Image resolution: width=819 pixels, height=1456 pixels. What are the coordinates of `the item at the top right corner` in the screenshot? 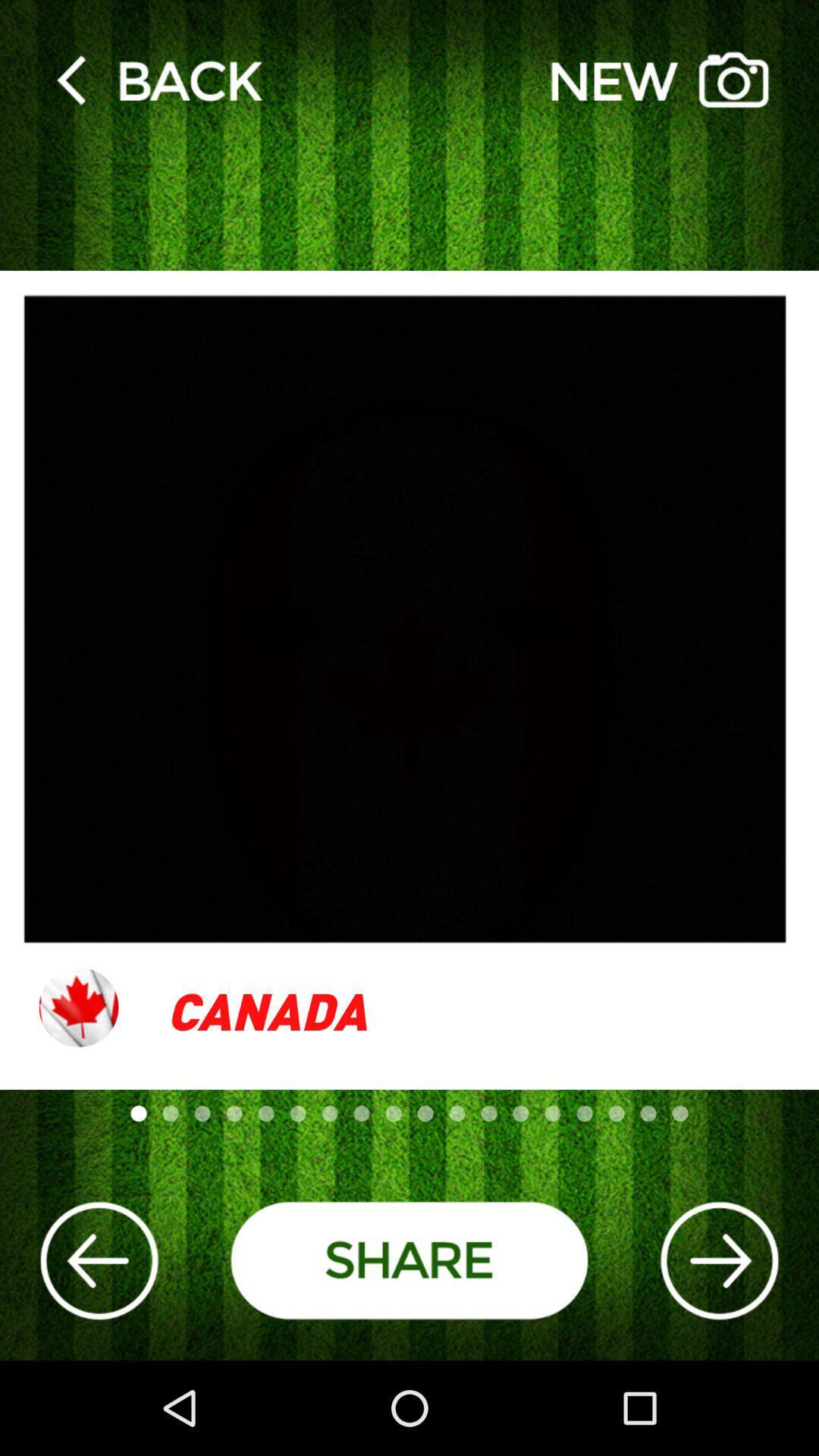 It's located at (659, 79).